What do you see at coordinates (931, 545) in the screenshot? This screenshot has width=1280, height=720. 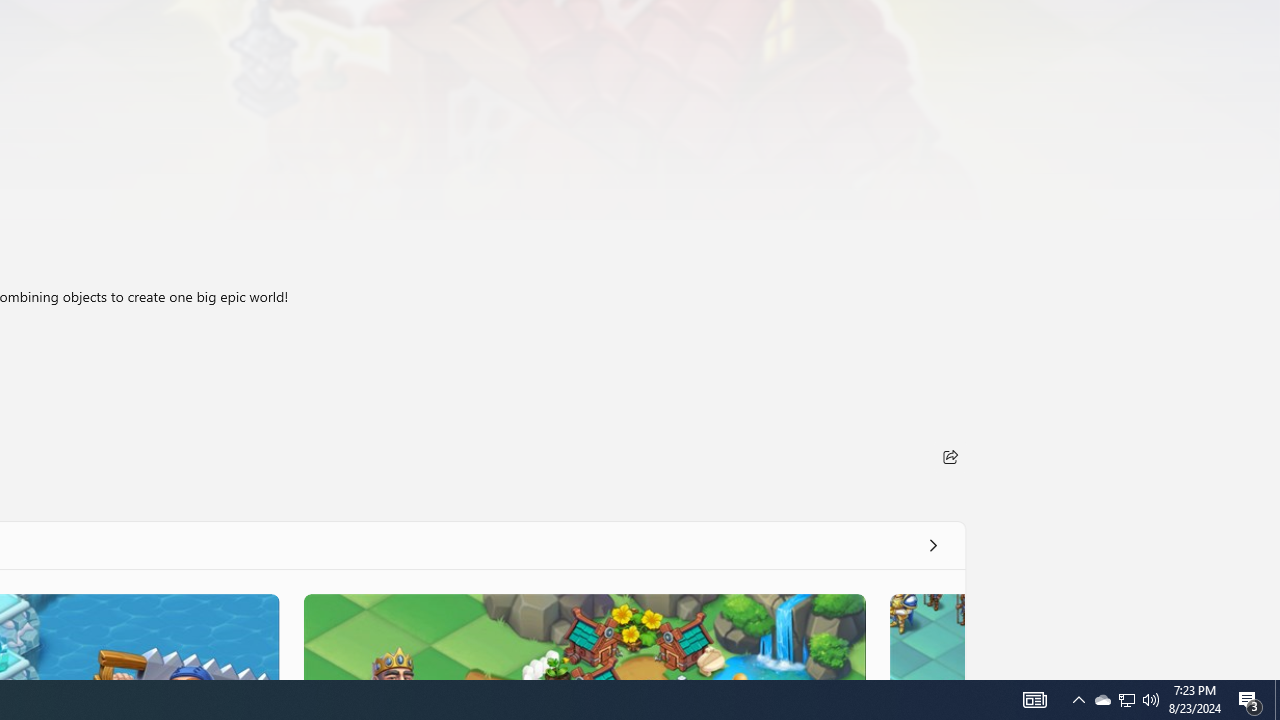 I see `'See all'` at bounding box center [931, 545].